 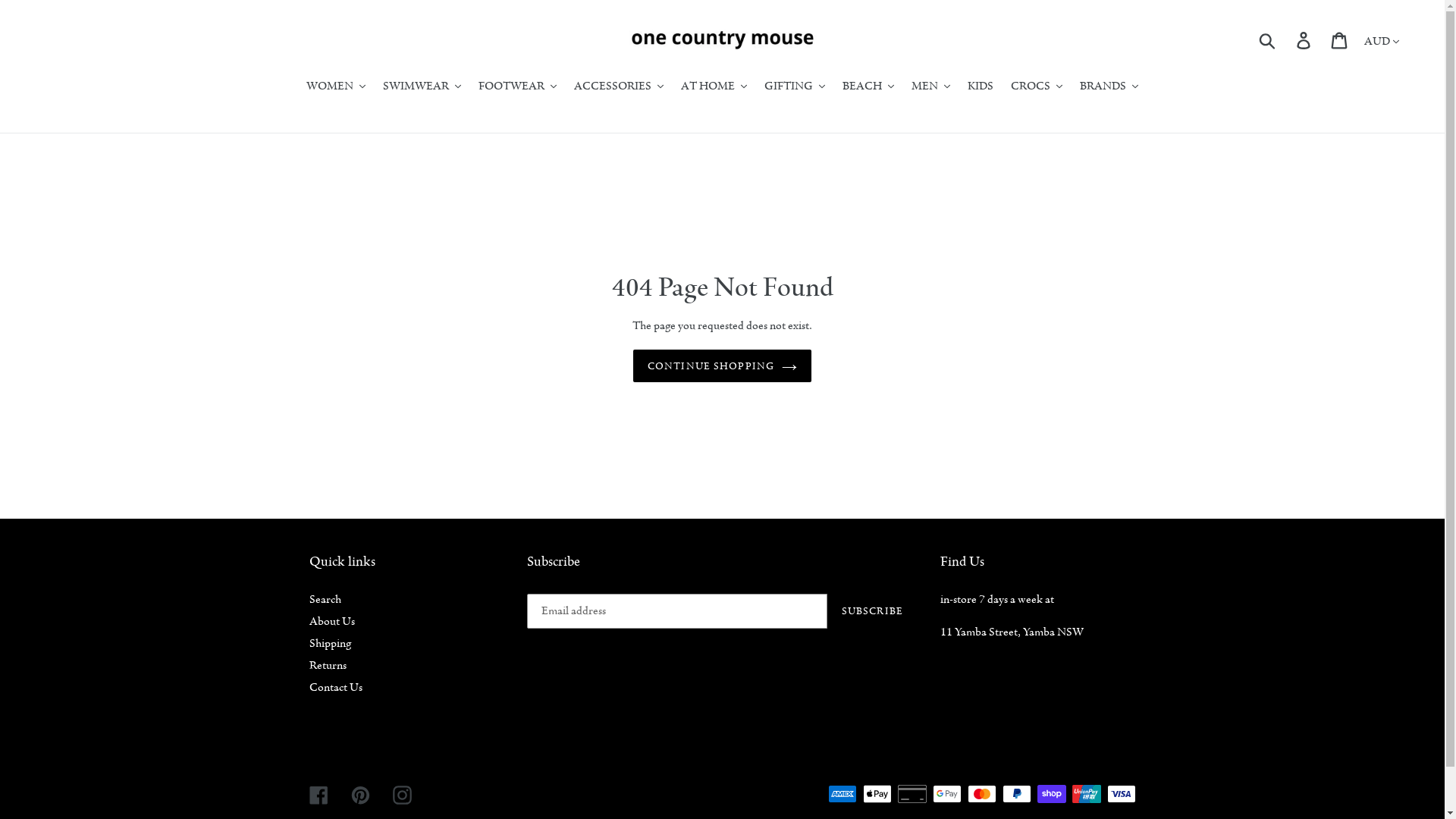 What do you see at coordinates (318, 792) in the screenshot?
I see `'Facebook'` at bounding box center [318, 792].